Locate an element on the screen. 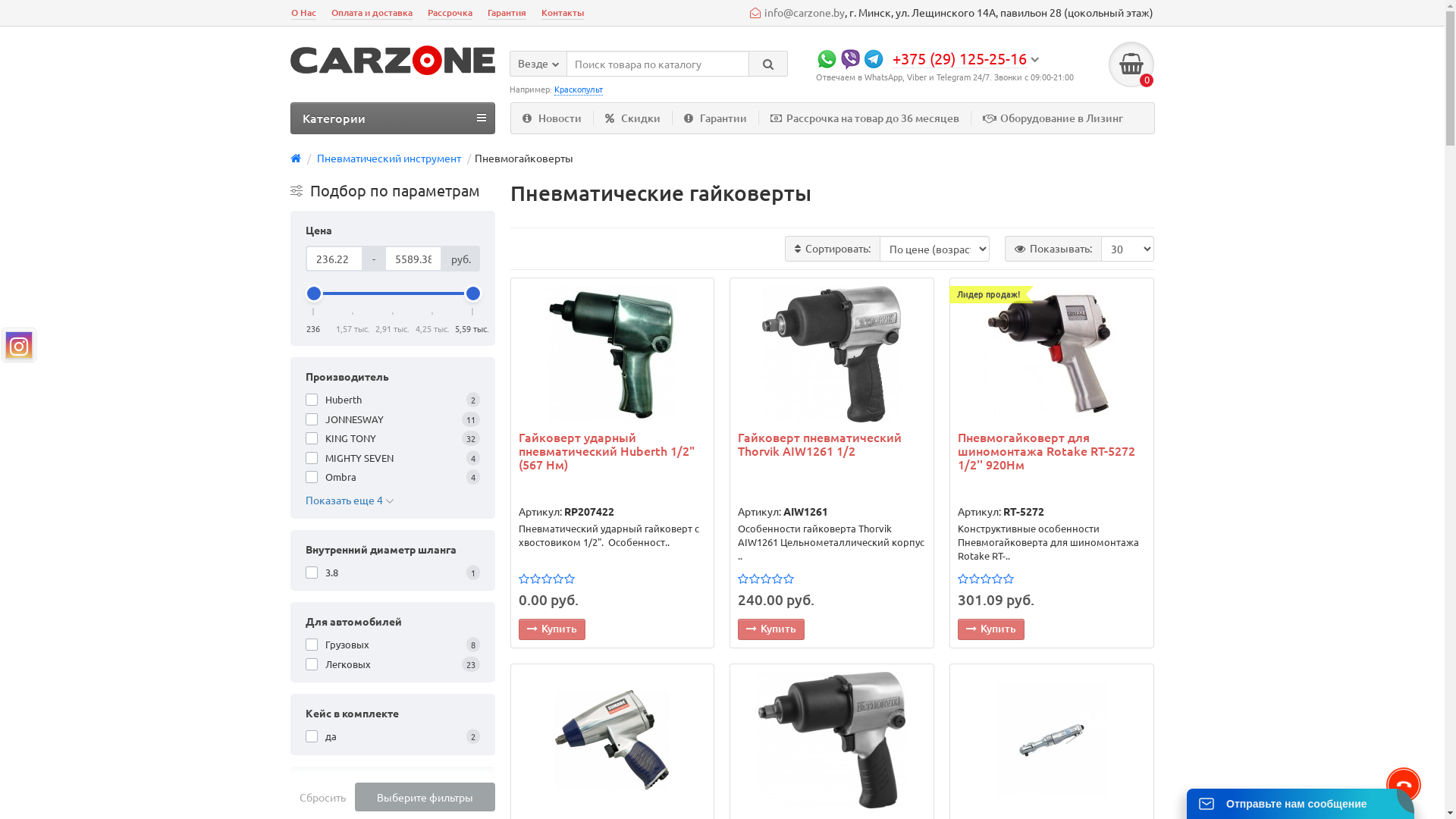 The height and width of the screenshot is (819, 1456). '3.8 is located at coordinates (392, 571).